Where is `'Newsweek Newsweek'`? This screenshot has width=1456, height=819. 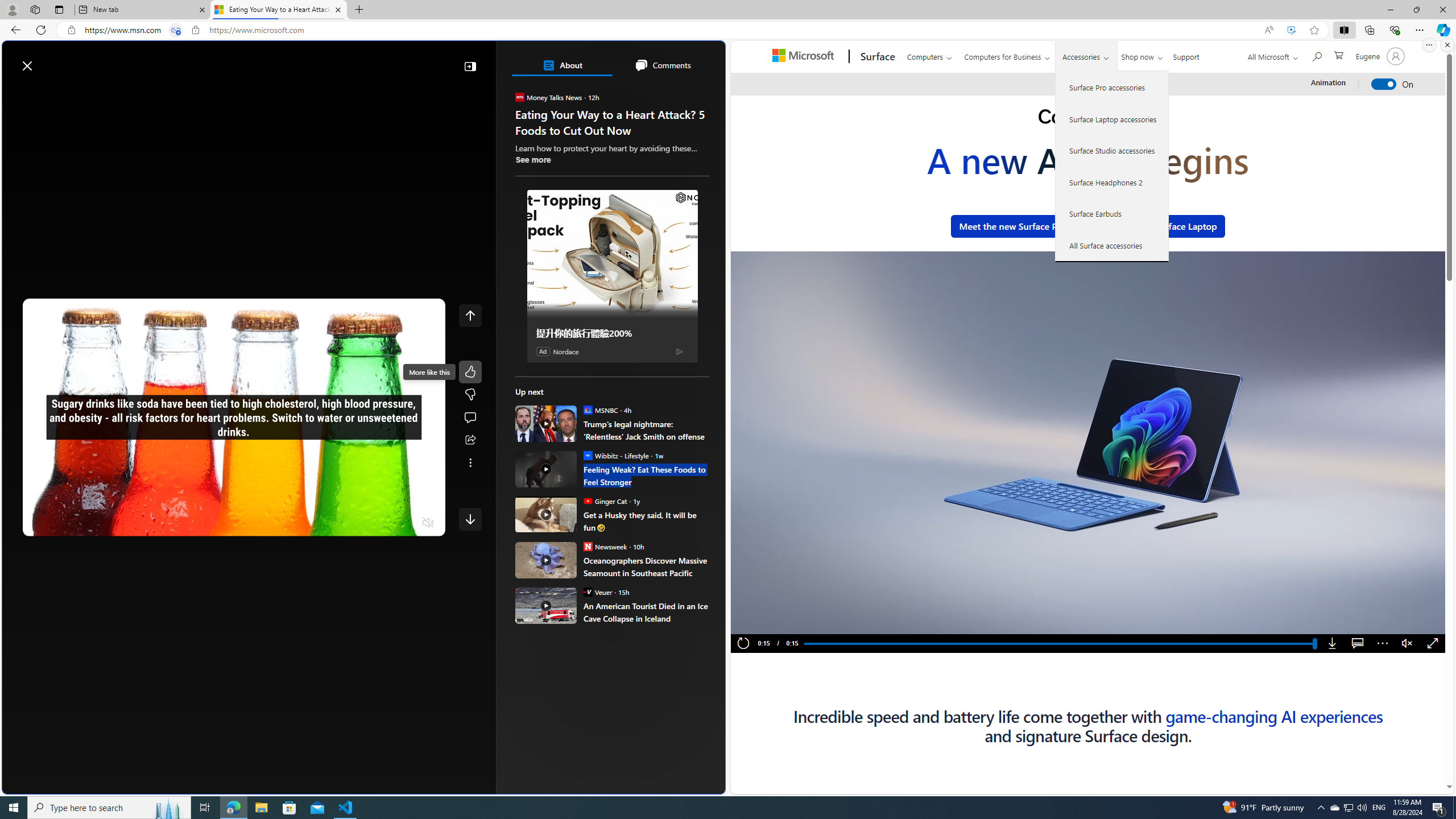 'Newsweek Newsweek' is located at coordinates (605, 546).